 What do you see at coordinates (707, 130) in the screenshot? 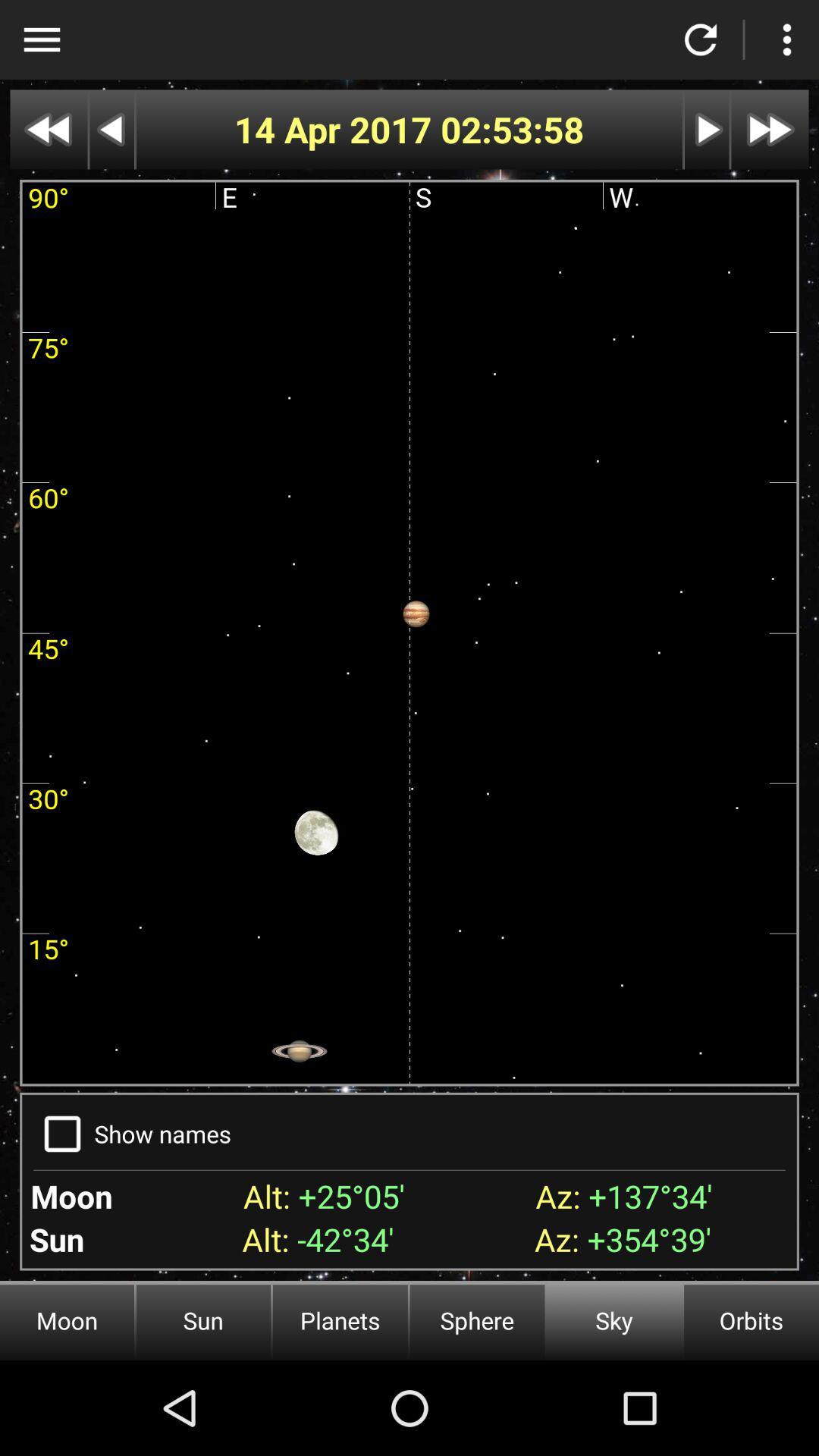
I see `next button` at bounding box center [707, 130].